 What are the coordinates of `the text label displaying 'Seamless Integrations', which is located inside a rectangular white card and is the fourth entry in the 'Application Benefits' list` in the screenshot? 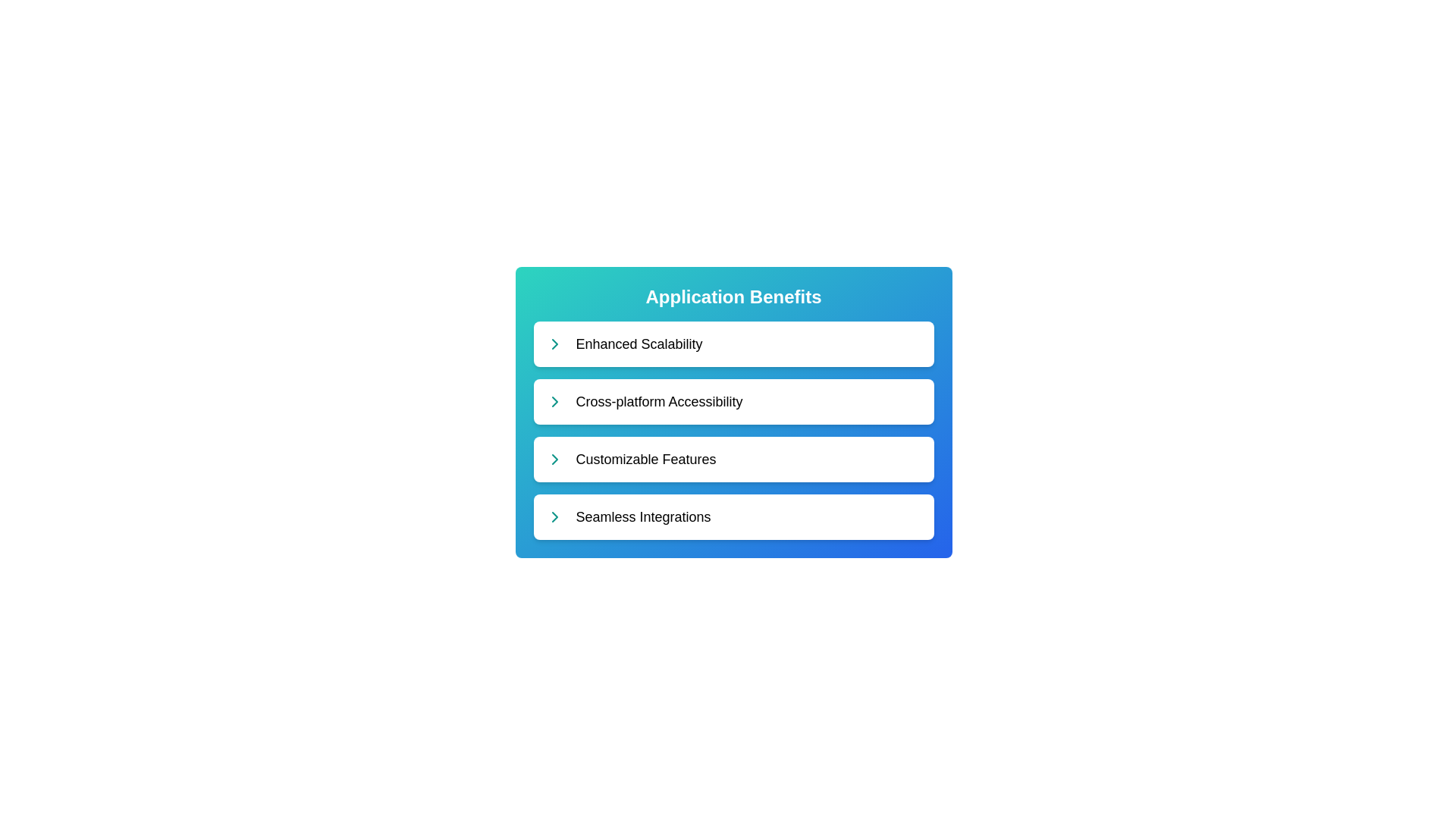 It's located at (643, 516).